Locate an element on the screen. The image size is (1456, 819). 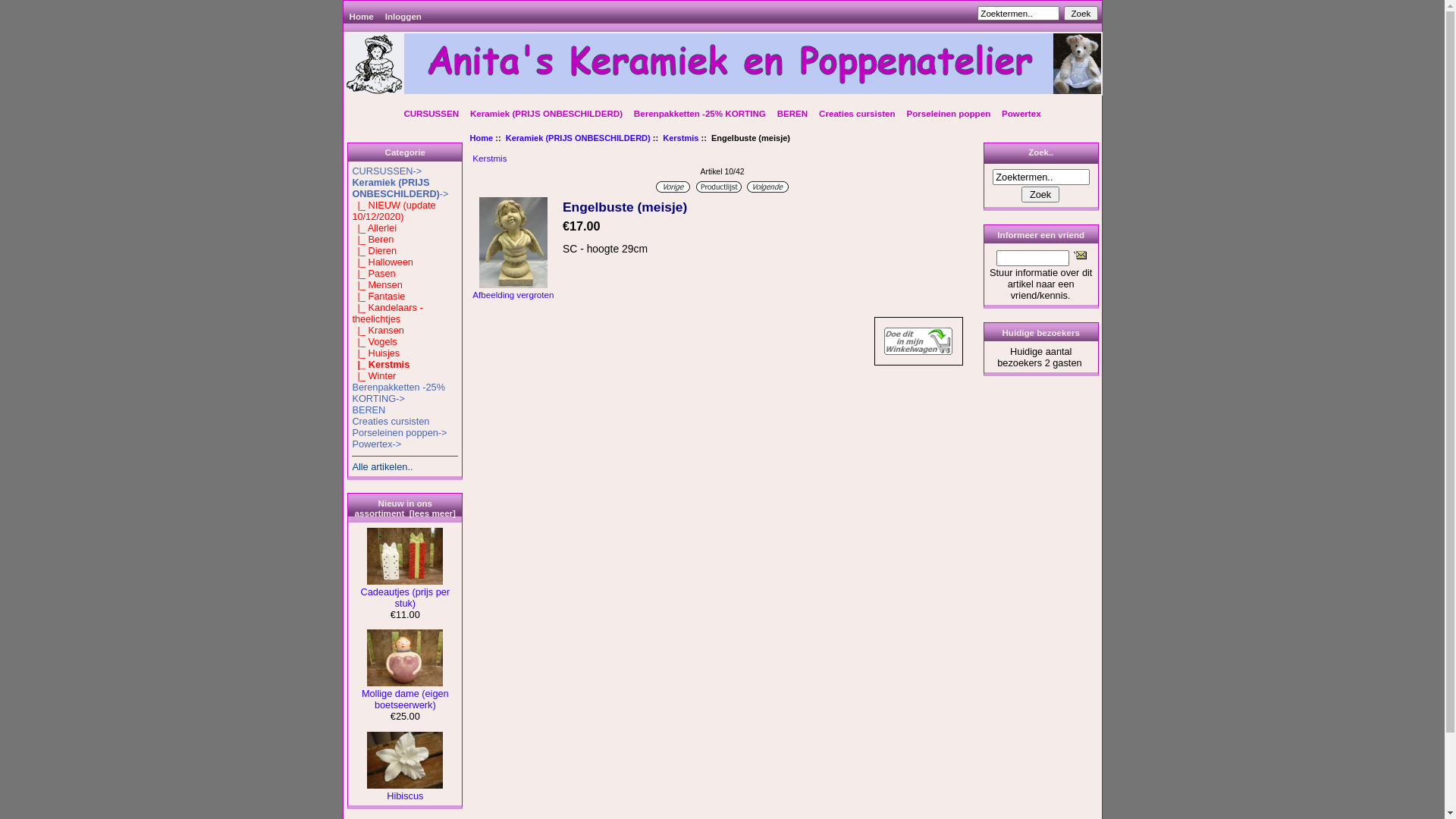
'  |_ Huisjes' is located at coordinates (351, 353).